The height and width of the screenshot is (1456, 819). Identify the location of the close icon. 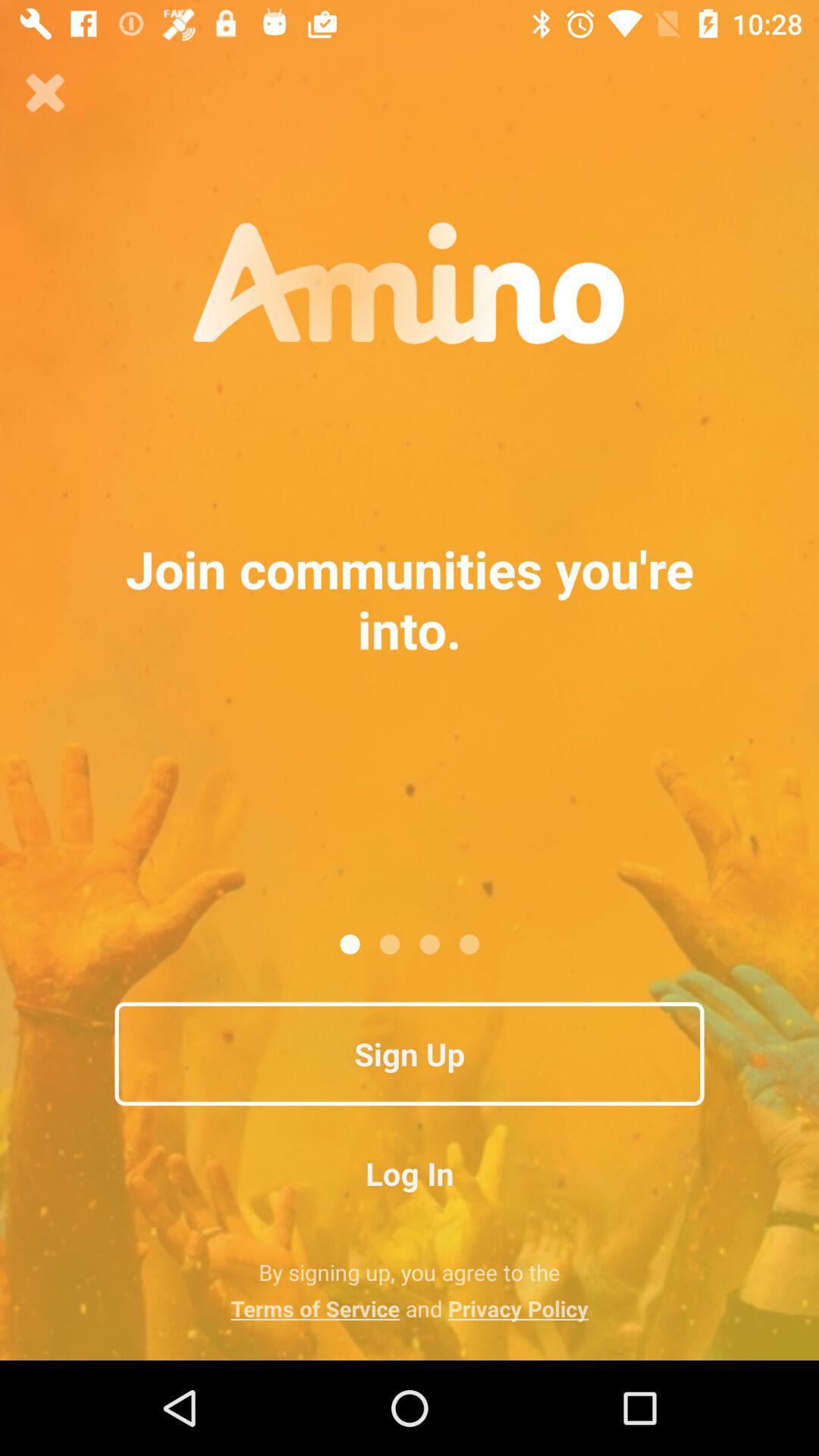
(45, 93).